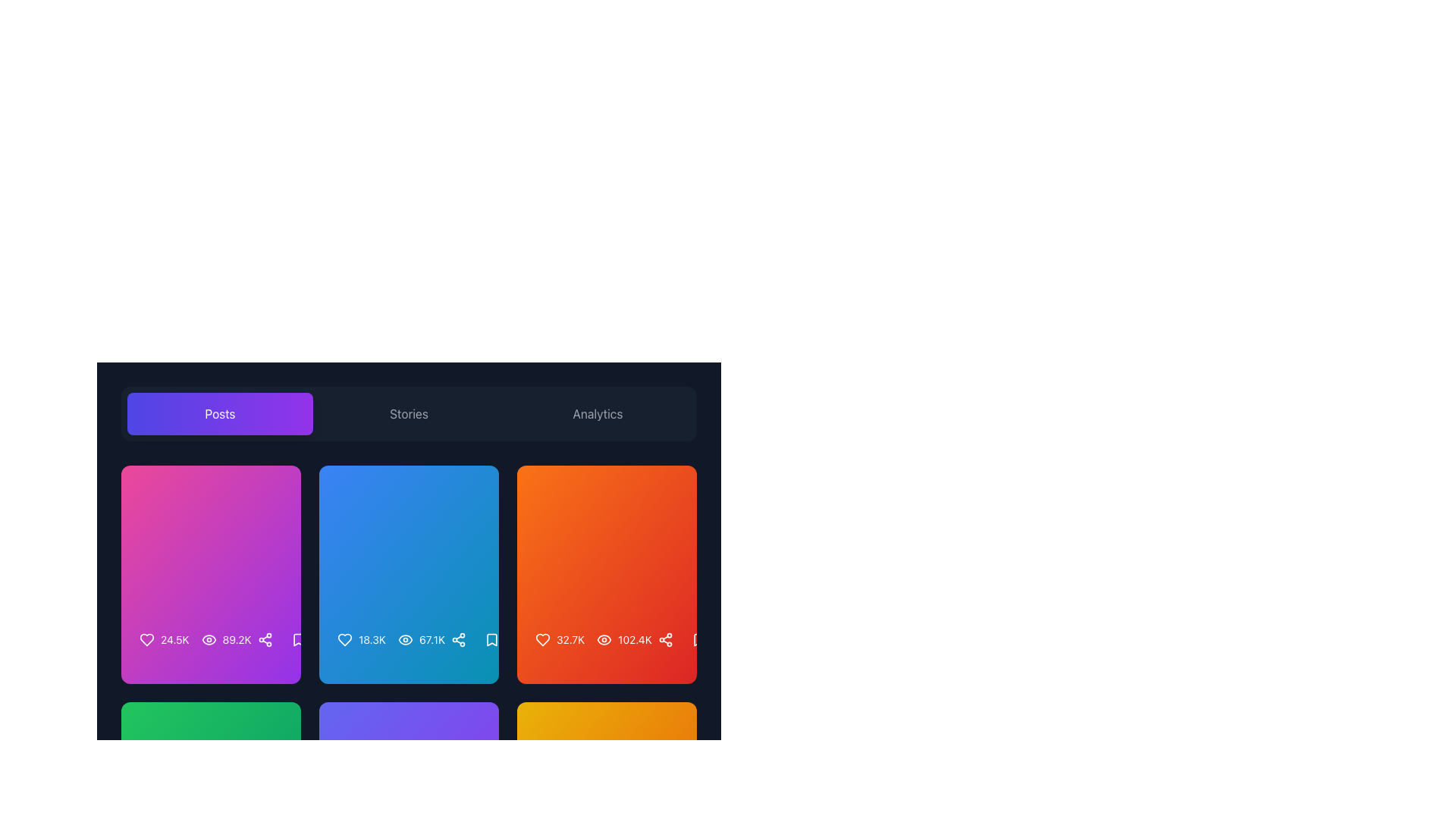 The image size is (1456, 819). What do you see at coordinates (344, 640) in the screenshot?
I see `the heart-shaped icon filled with a solid color, which symbolizes liking or favoriting content, located in the center column of the second row above the likes count (18.3K)` at bounding box center [344, 640].